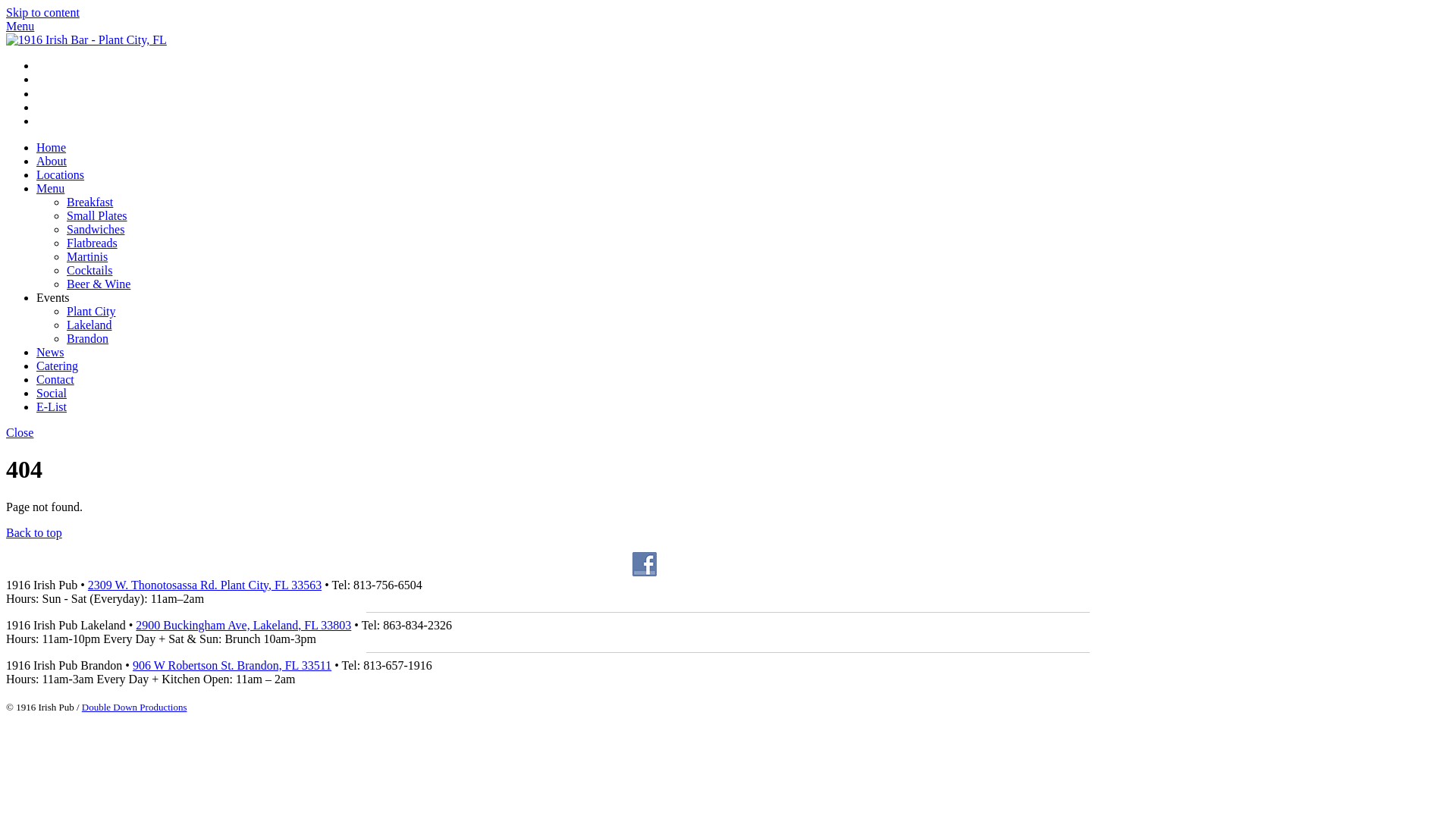 The height and width of the screenshot is (819, 1456). What do you see at coordinates (86, 256) in the screenshot?
I see `'Martinis'` at bounding box center [86, 256].